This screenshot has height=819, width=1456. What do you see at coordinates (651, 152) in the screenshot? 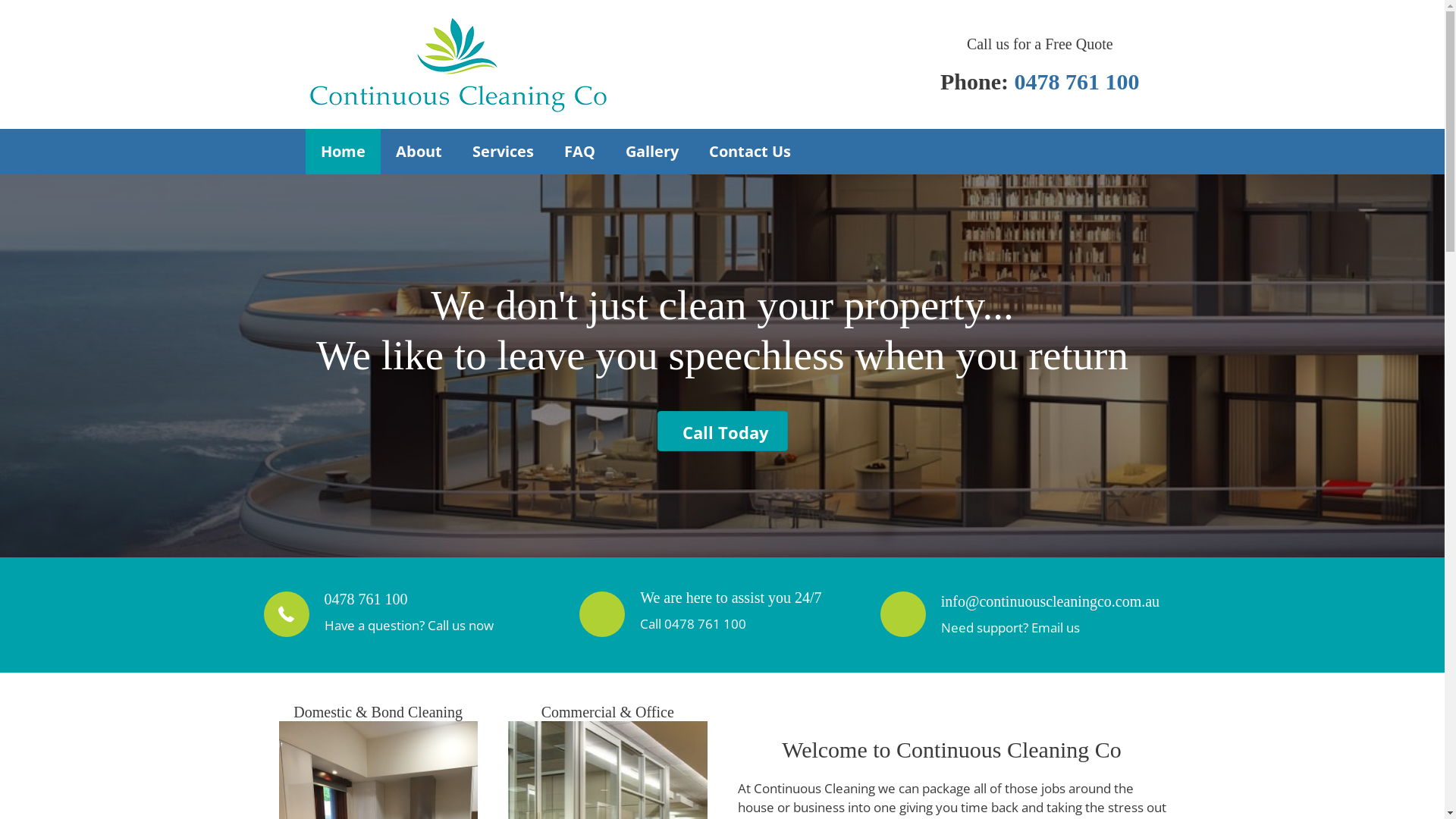
I see `'Gallery'` at bounding box center [651, 152].